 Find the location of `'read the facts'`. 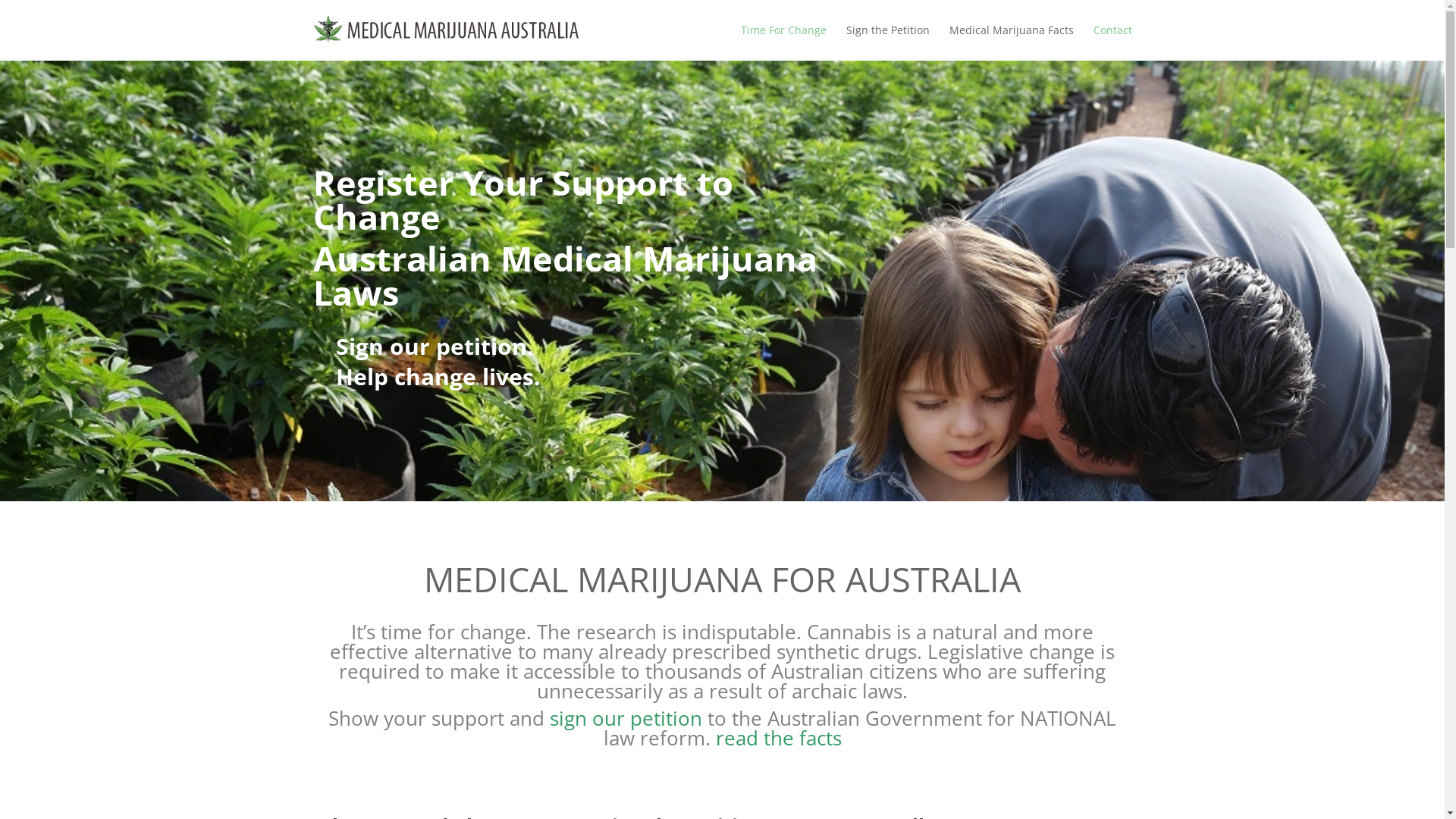

'read the facts' is located at coordinates (779, 736).